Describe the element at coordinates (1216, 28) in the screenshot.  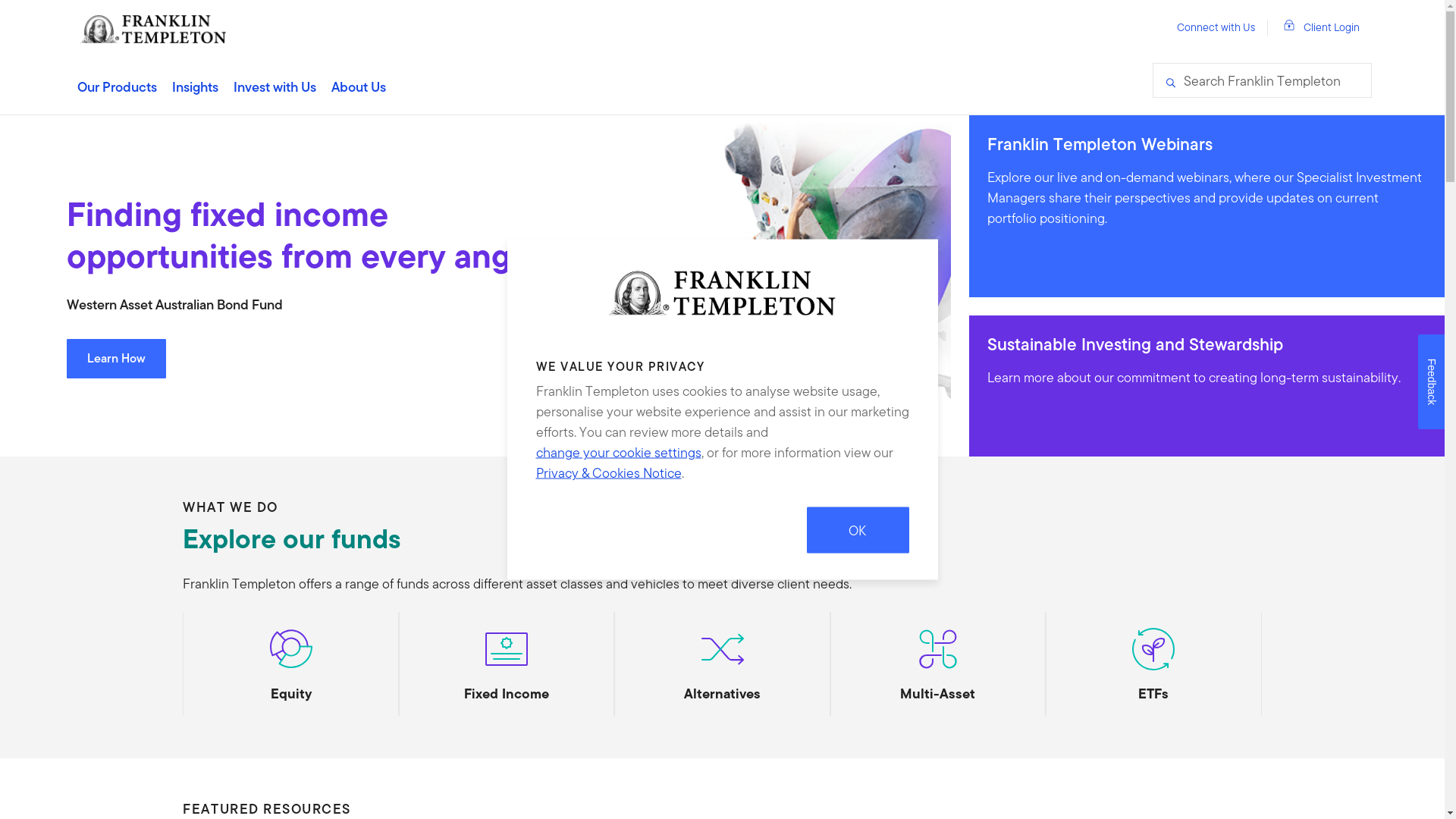
I see `'Connect with Us'` at that location.